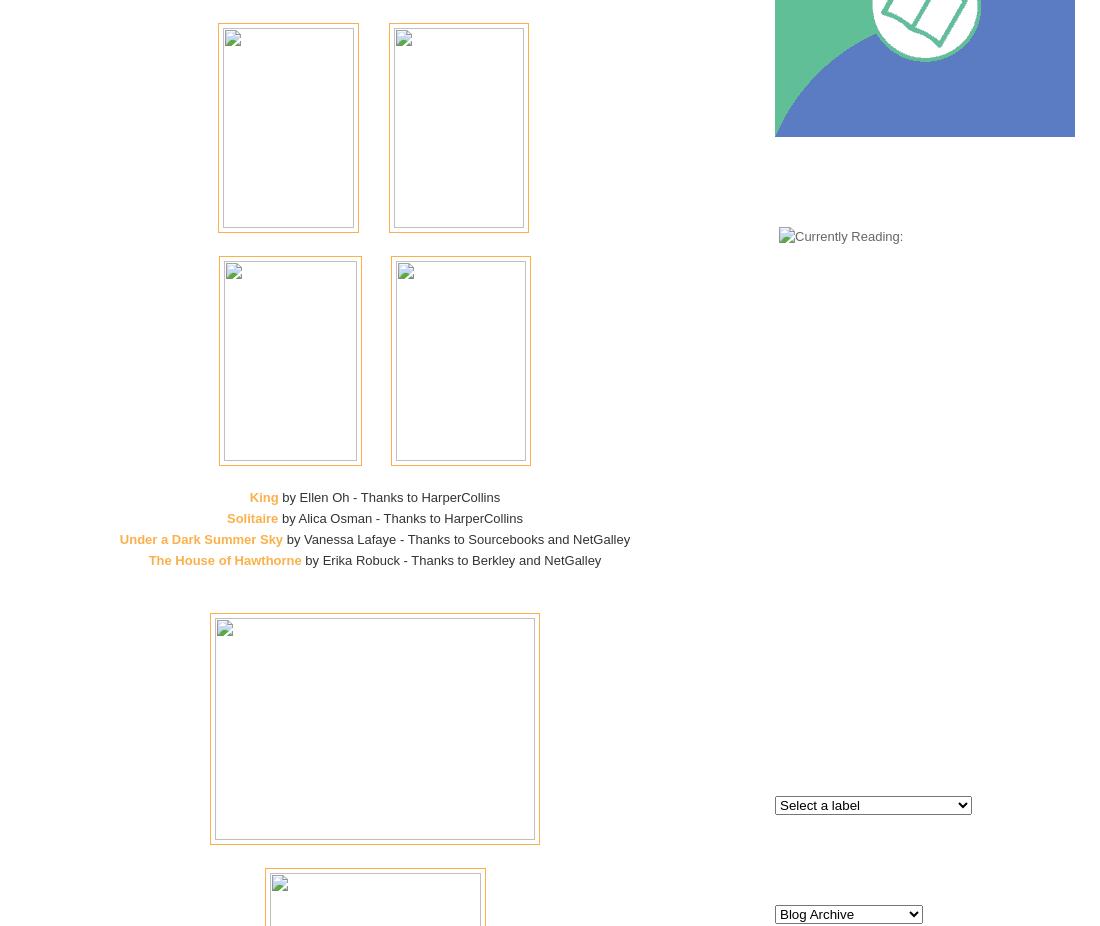 The width and height of the screenshot is (1100, 926). I want to click on 'Currently Reading:', so click(924, 191).